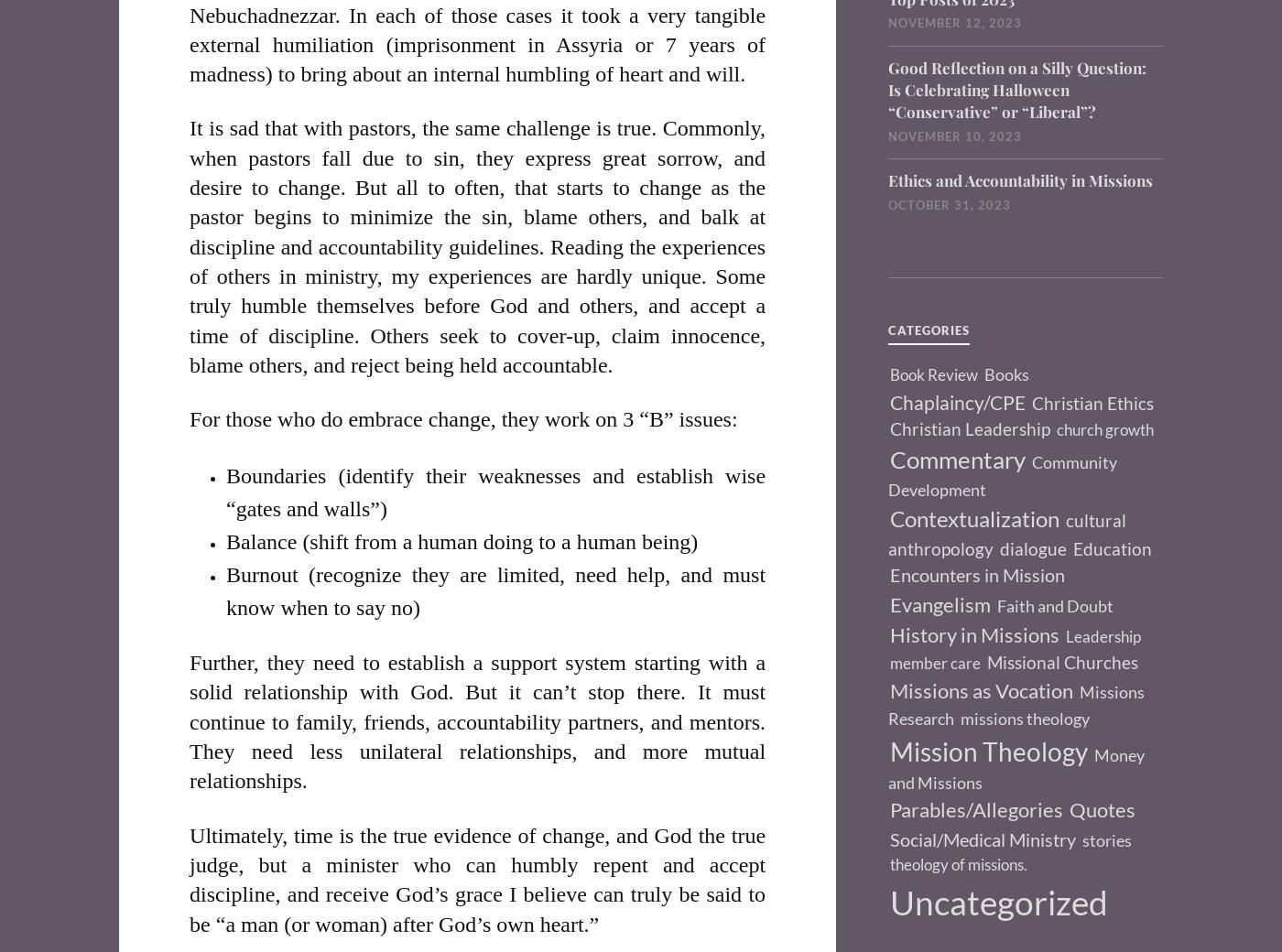 Image resolution: width=1282 pixels, height=952 pixels. I want to click on 'Uncategorized', so click(890, 901).